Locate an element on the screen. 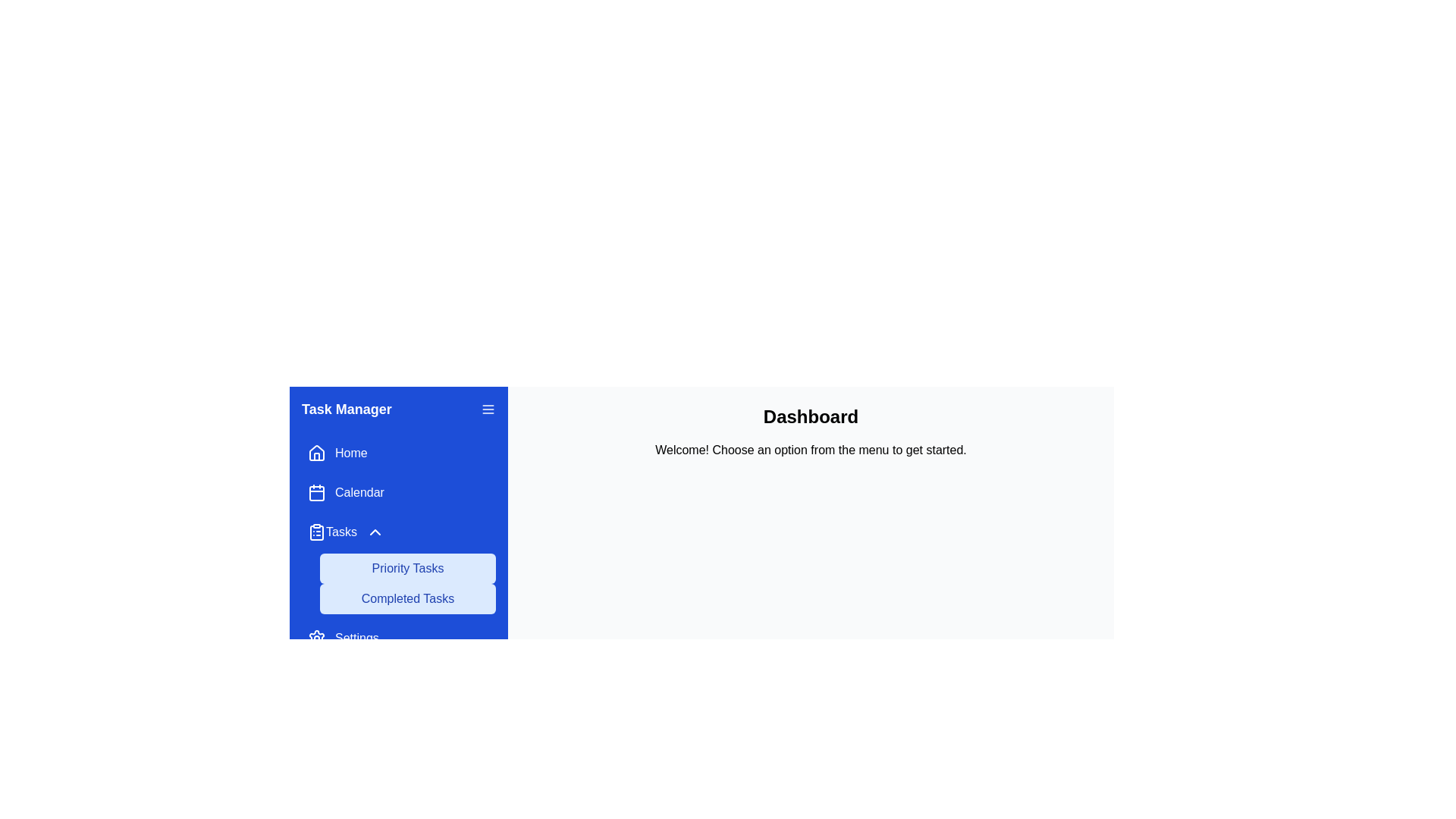  the upward-facing chevron icon located to the right of the 'Tasks' label in the navigation menu is located at coordinates (375, 532).